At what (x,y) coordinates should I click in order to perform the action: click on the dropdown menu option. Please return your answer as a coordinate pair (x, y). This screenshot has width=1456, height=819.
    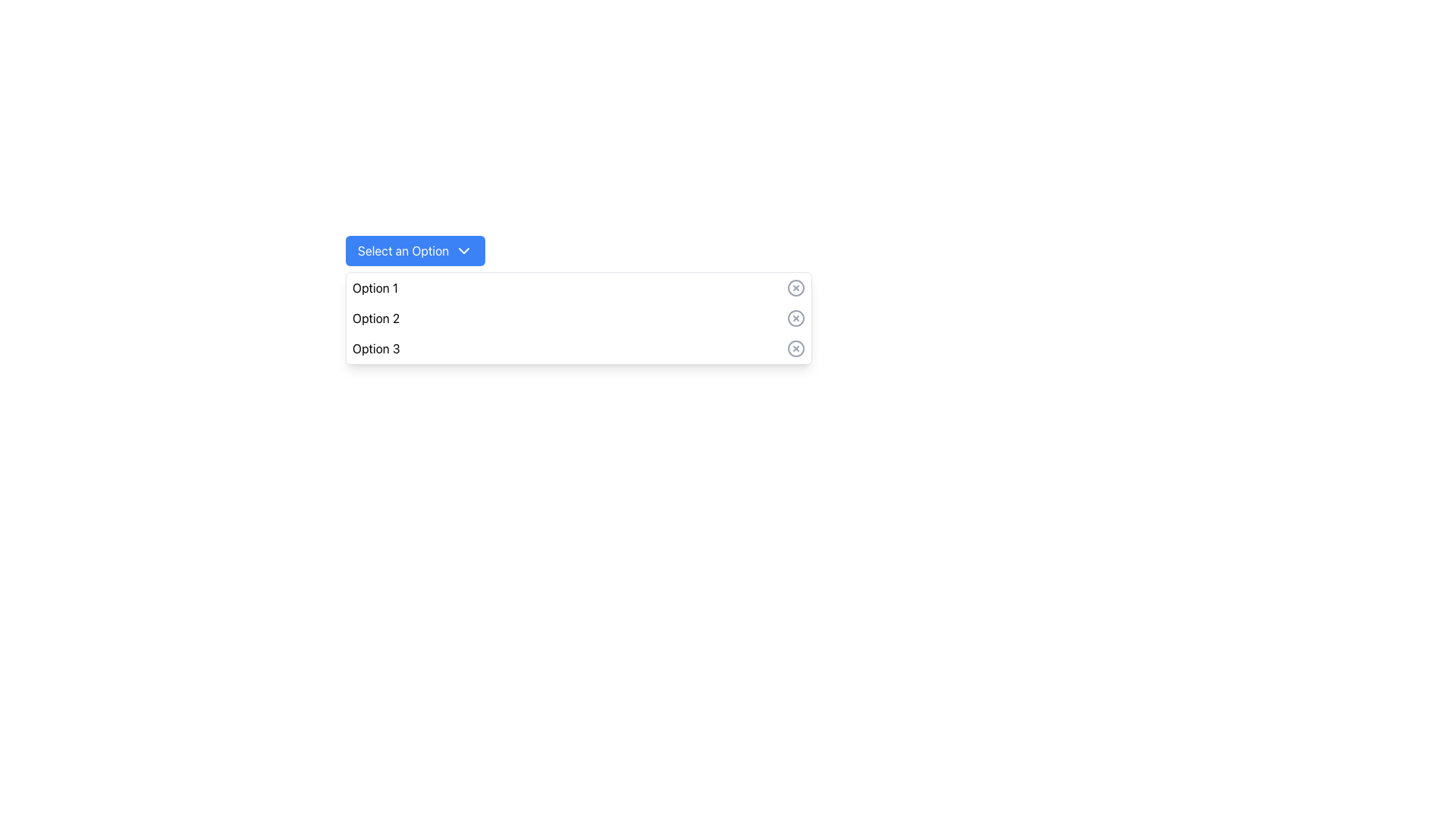
    Looking at the image, I should click on (578, 318).